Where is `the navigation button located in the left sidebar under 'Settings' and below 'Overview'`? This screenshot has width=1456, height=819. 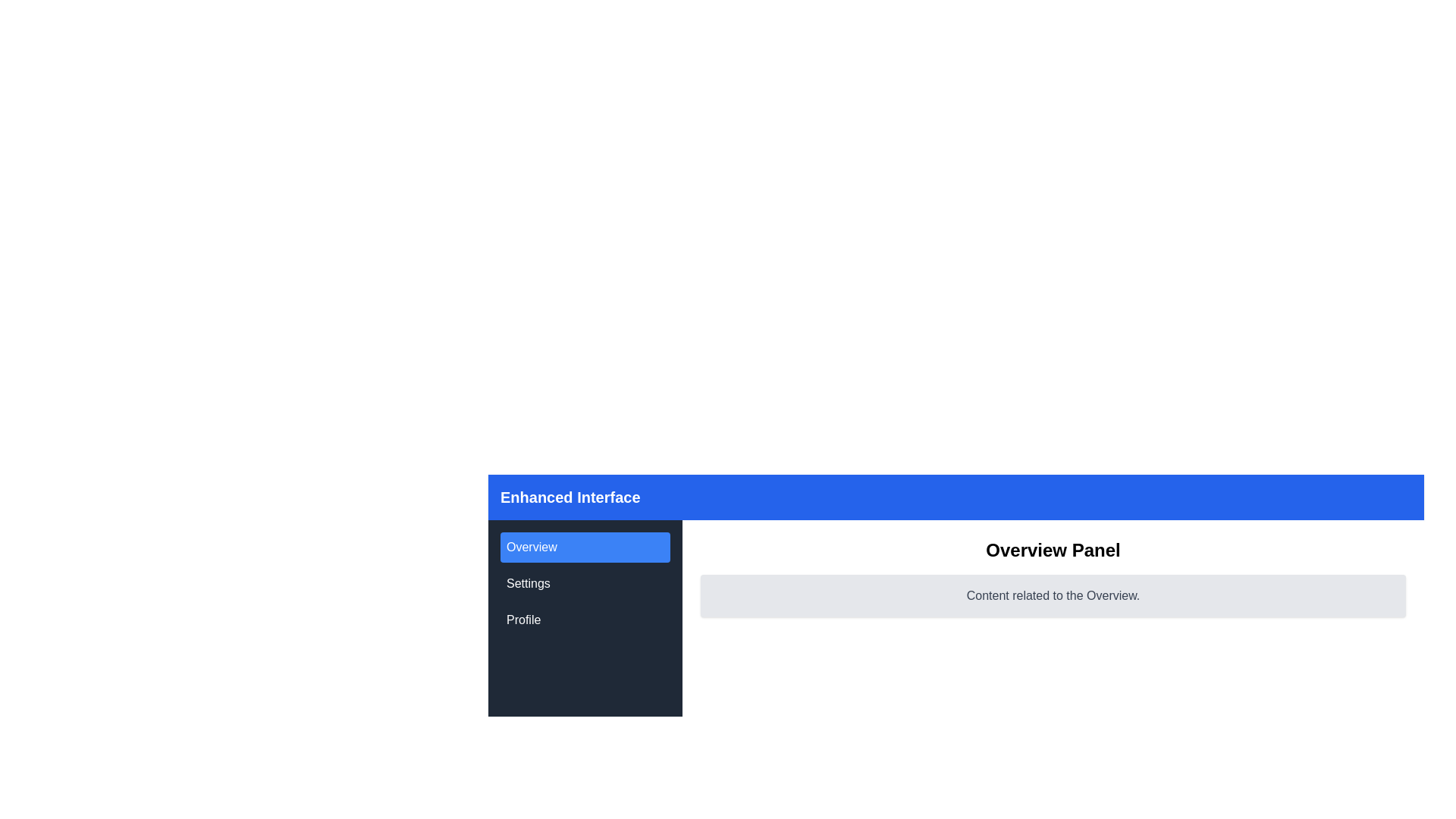
the navigation button located in the left sidebar under 'Settings' and below 'Overview' is located at coordinates (585, 620).